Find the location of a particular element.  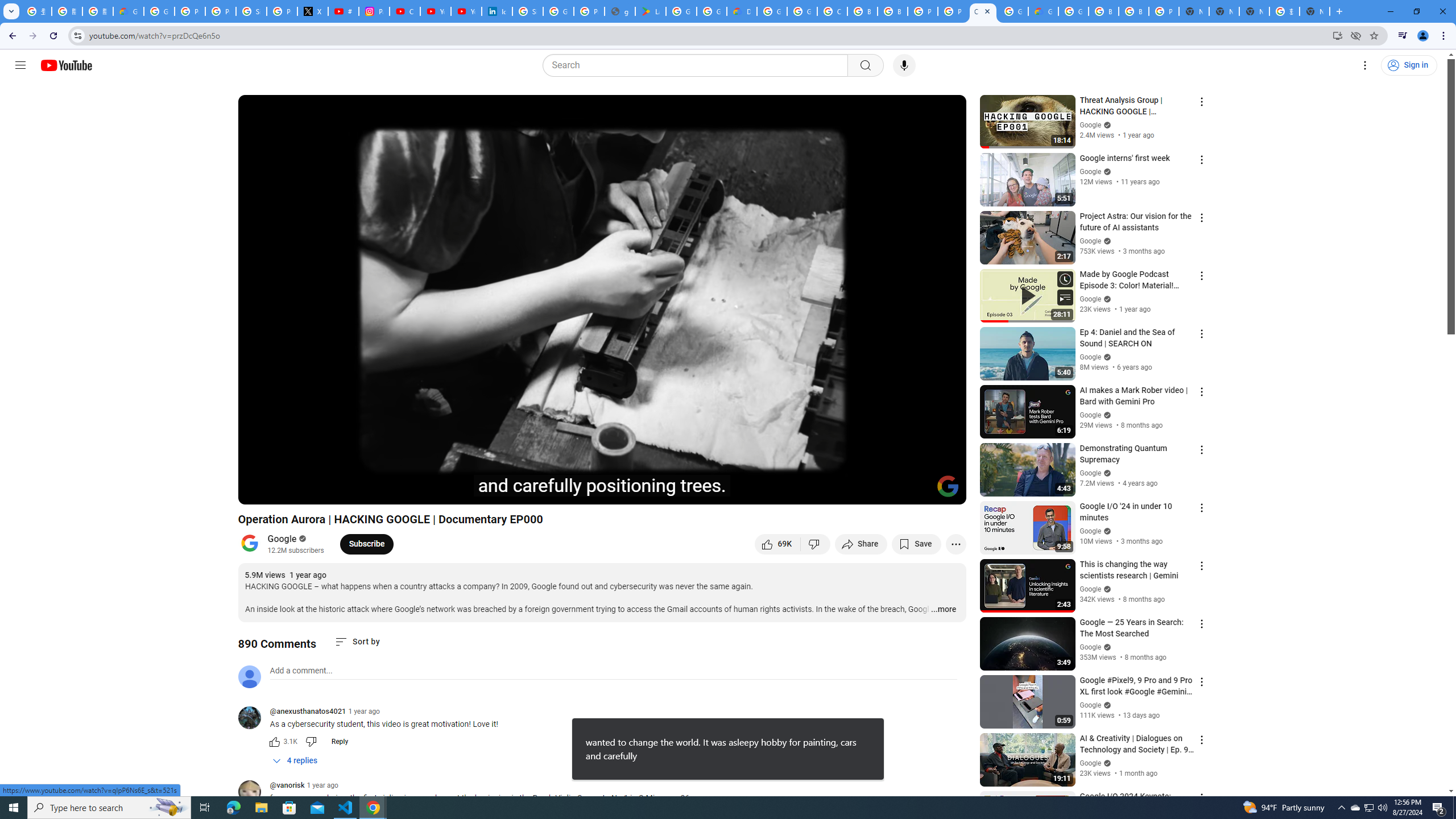

'Sort comments' is located at coordinates (357, 641).